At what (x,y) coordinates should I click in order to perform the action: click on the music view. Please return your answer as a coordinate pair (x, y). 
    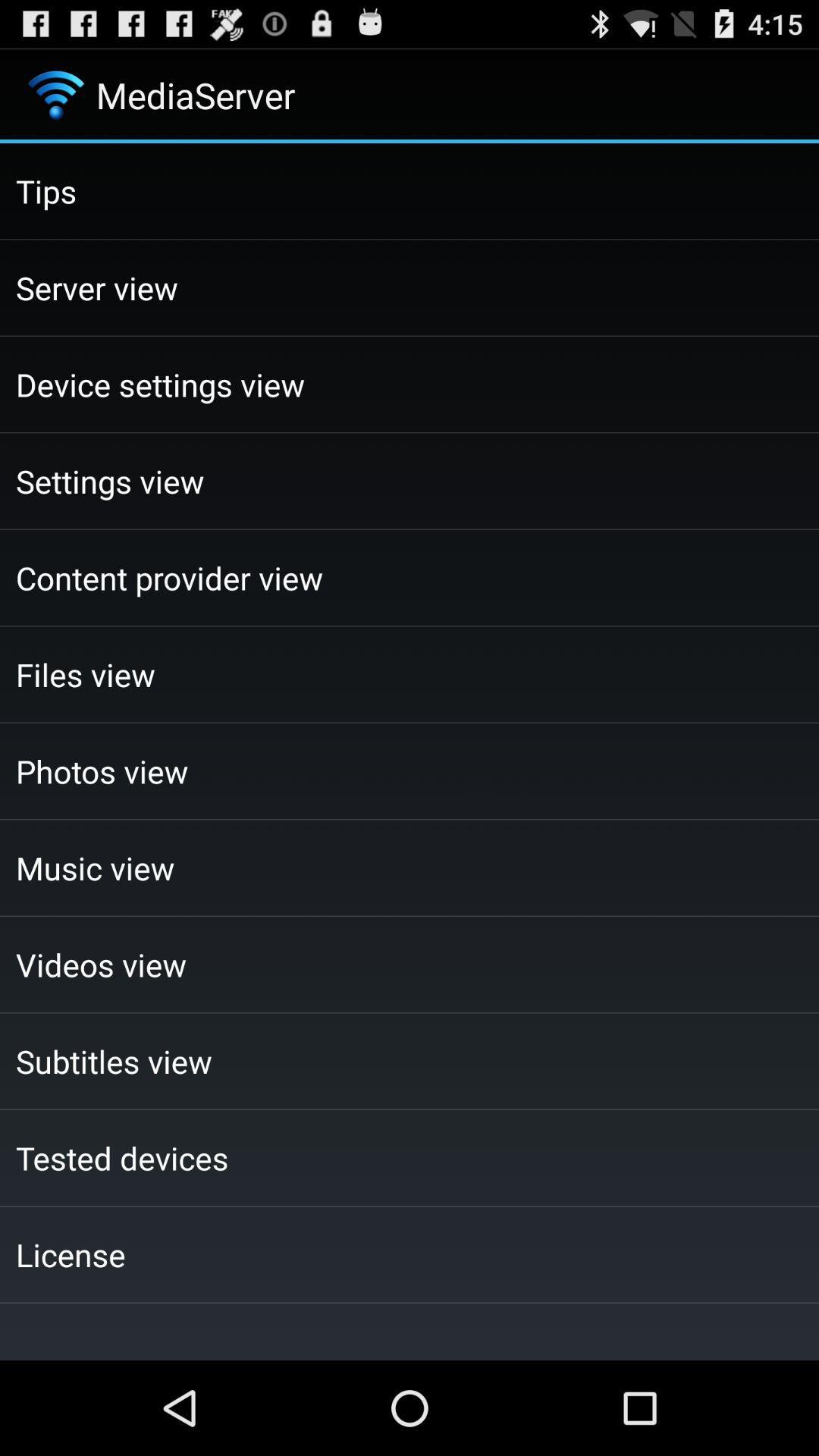
    Looking at the image, I should click on (409, 868).